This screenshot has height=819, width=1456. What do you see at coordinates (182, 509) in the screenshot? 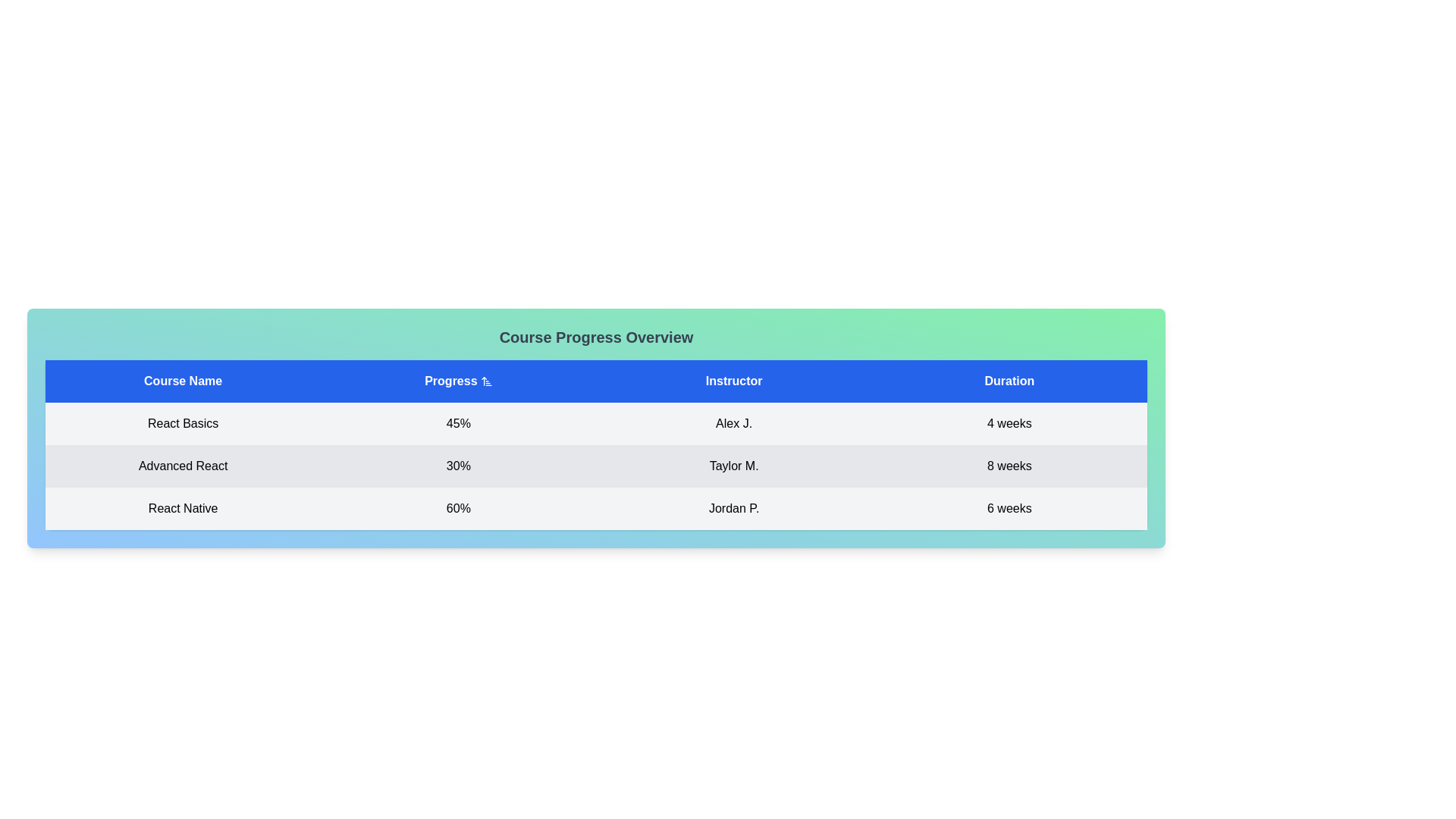
I see `the 'React Native' text label, which is styled with medium weight and centrally aligned, located in the first column of the third row under the 'Course Name' header` at bounding box center [182, 509].